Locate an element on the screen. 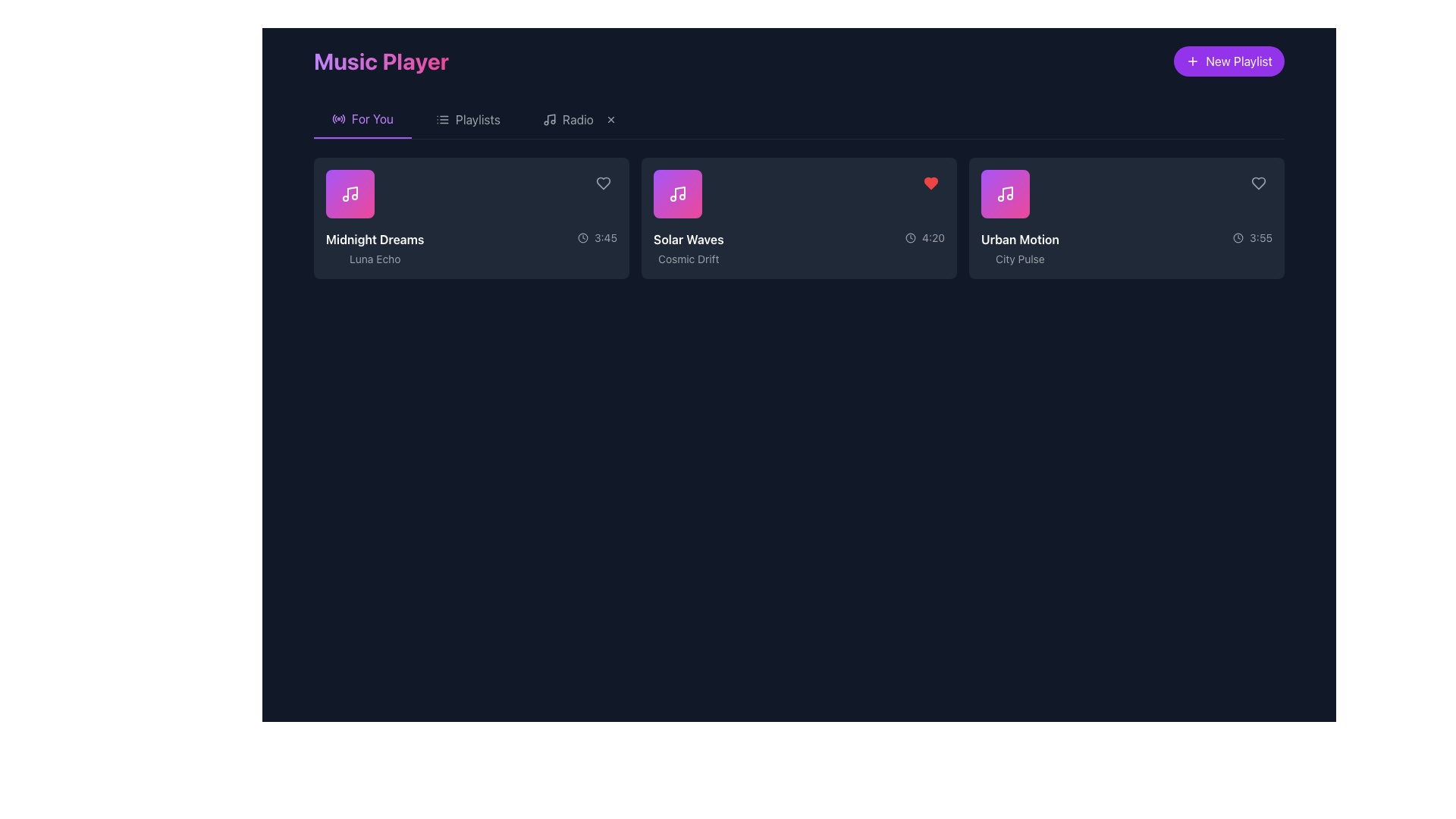 Image resolution: width=1456 pixels, height=819 pixels. the Label with icon displaying '4:20' next to the red heart icon in the lower right part of the card for the song 'Solar Waves' is located at coordinates (924, 237).